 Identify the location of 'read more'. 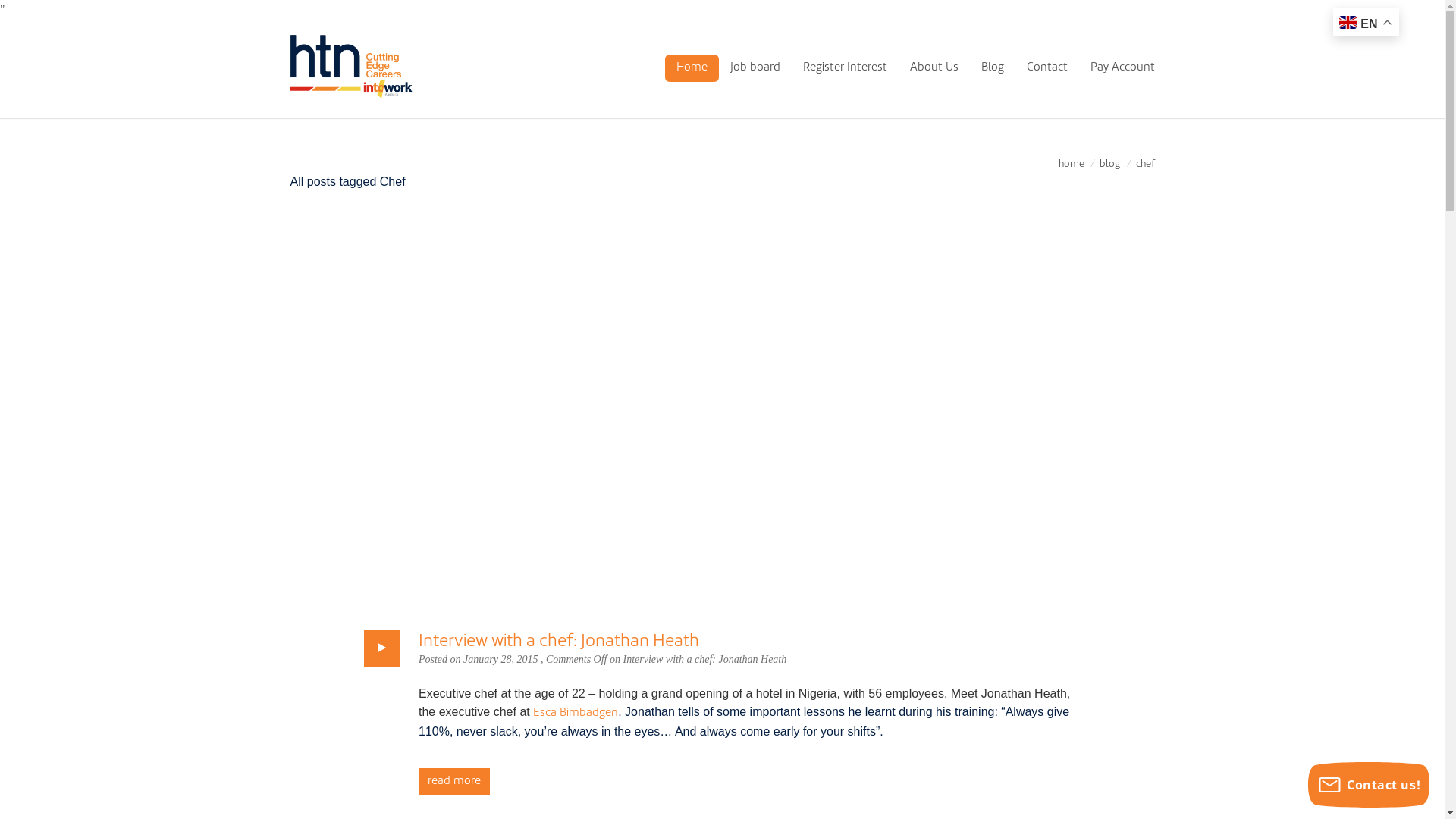
(453, 781).